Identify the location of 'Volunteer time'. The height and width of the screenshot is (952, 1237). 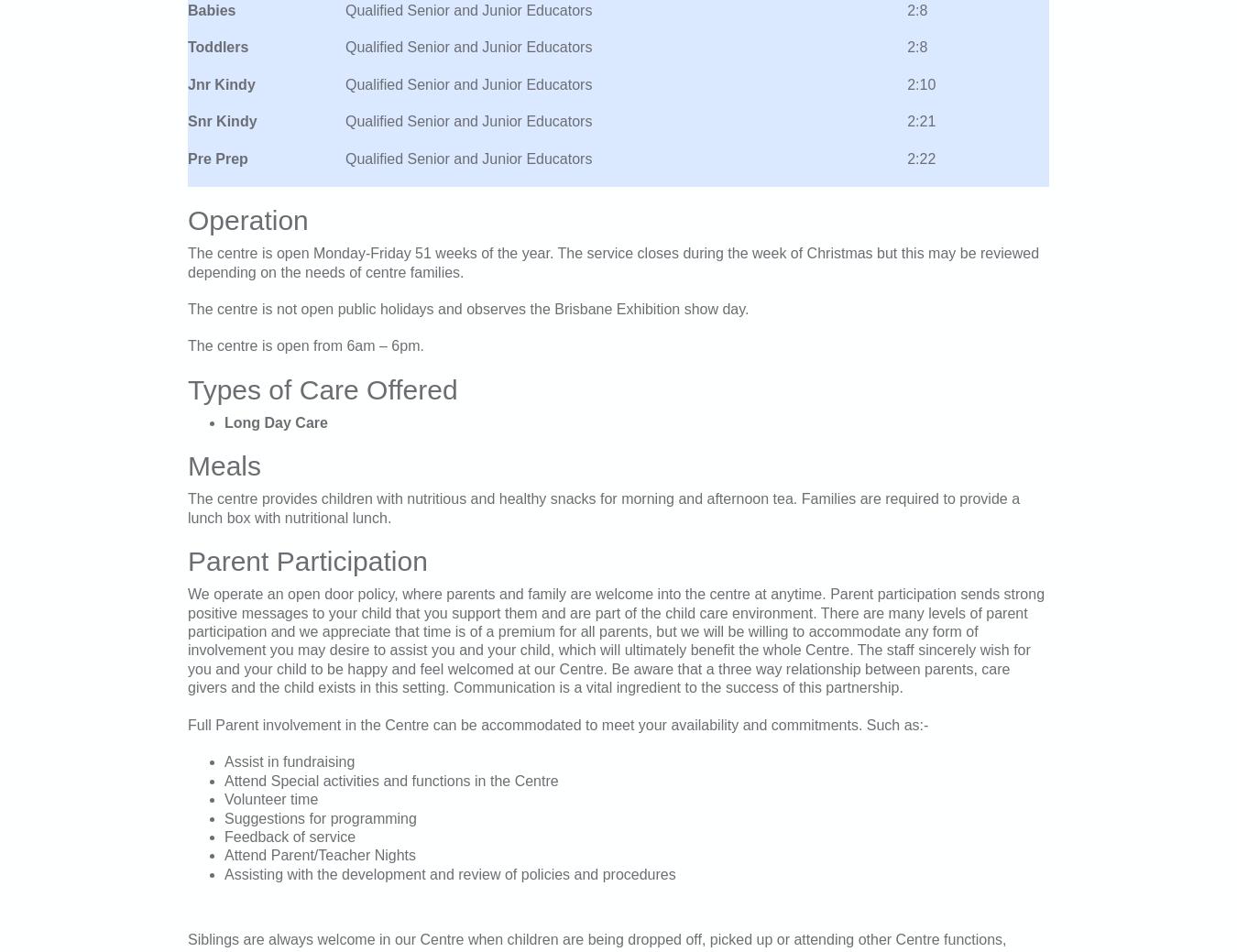
(270, 799).